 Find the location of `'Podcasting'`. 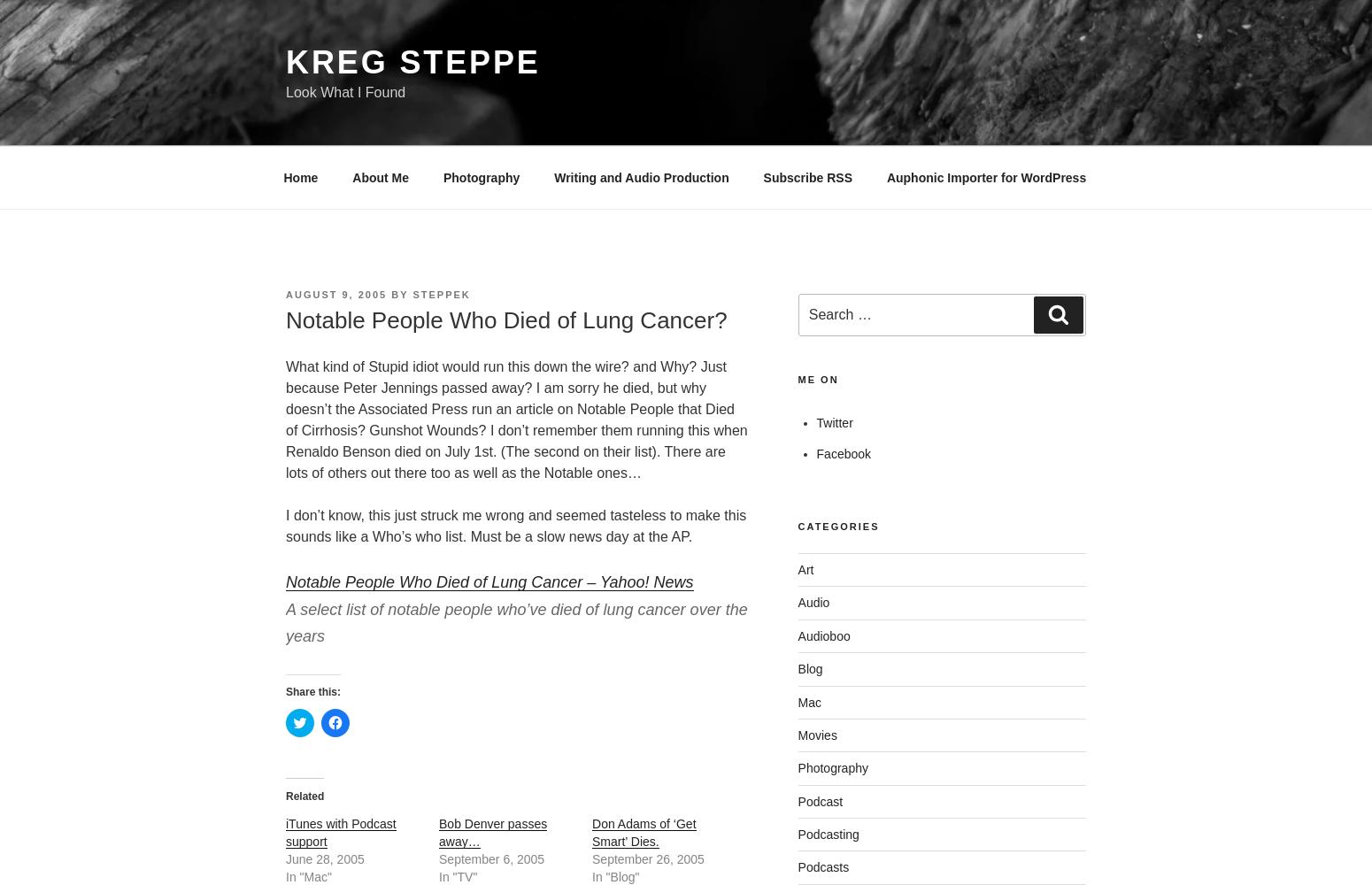

'Podcasting' is located at coordinates (827, 834).